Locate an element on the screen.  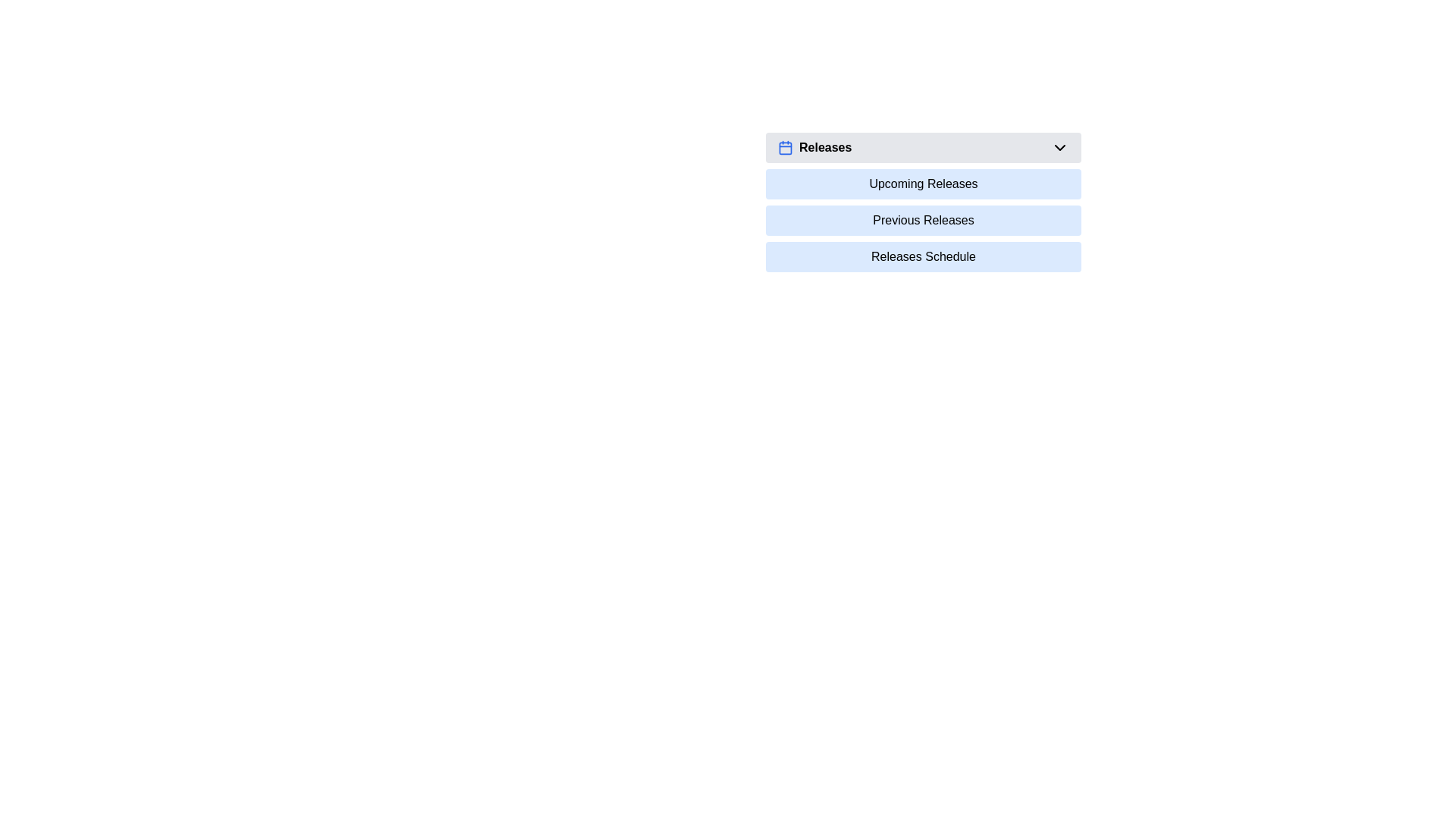
the 'Upcoming Releases' button, which is a rectangular button with black text on a light blue background, to observe the visual feedback change is located at coordinates (923, 184).